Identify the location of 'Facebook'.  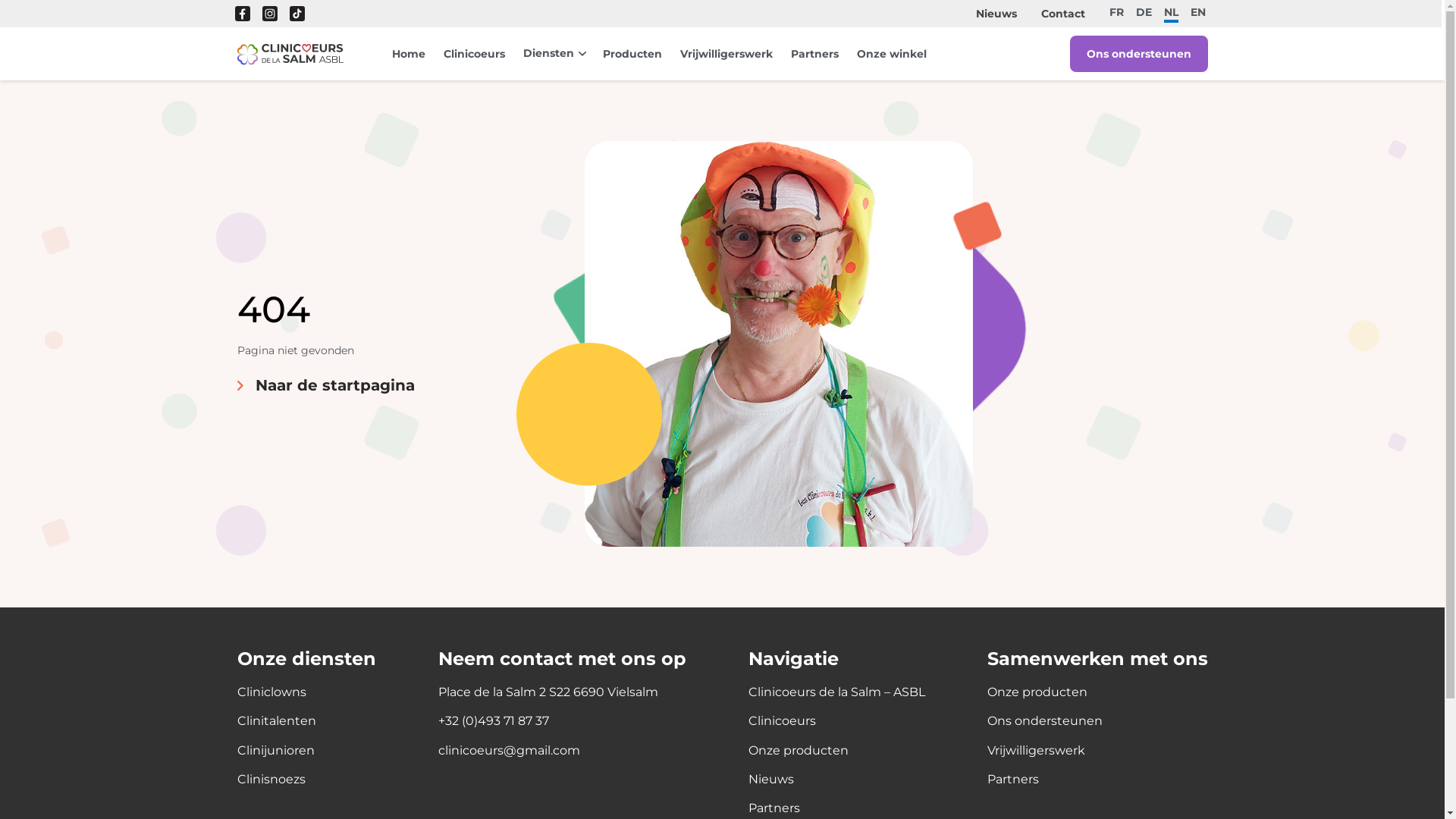
(243, 14).